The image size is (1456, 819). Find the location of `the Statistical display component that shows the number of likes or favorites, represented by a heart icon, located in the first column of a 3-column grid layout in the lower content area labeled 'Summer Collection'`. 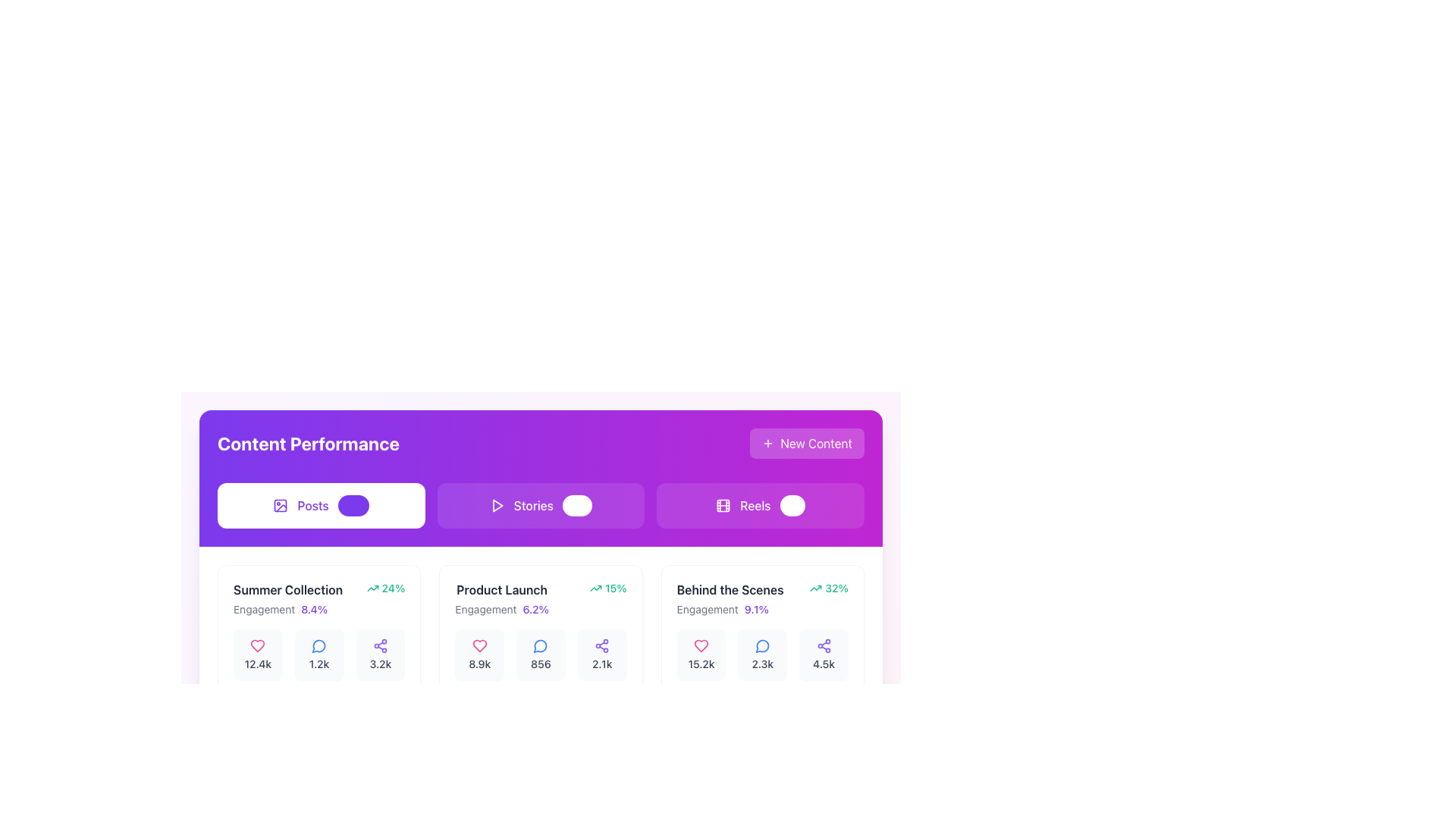

the Statistical display component that shows the number of likes or favorites, represented by a heart icon, located in the first column of a 3-column grid layout in the lower content area labeled 'Summer Collection' is located at coordinates (258, 654).